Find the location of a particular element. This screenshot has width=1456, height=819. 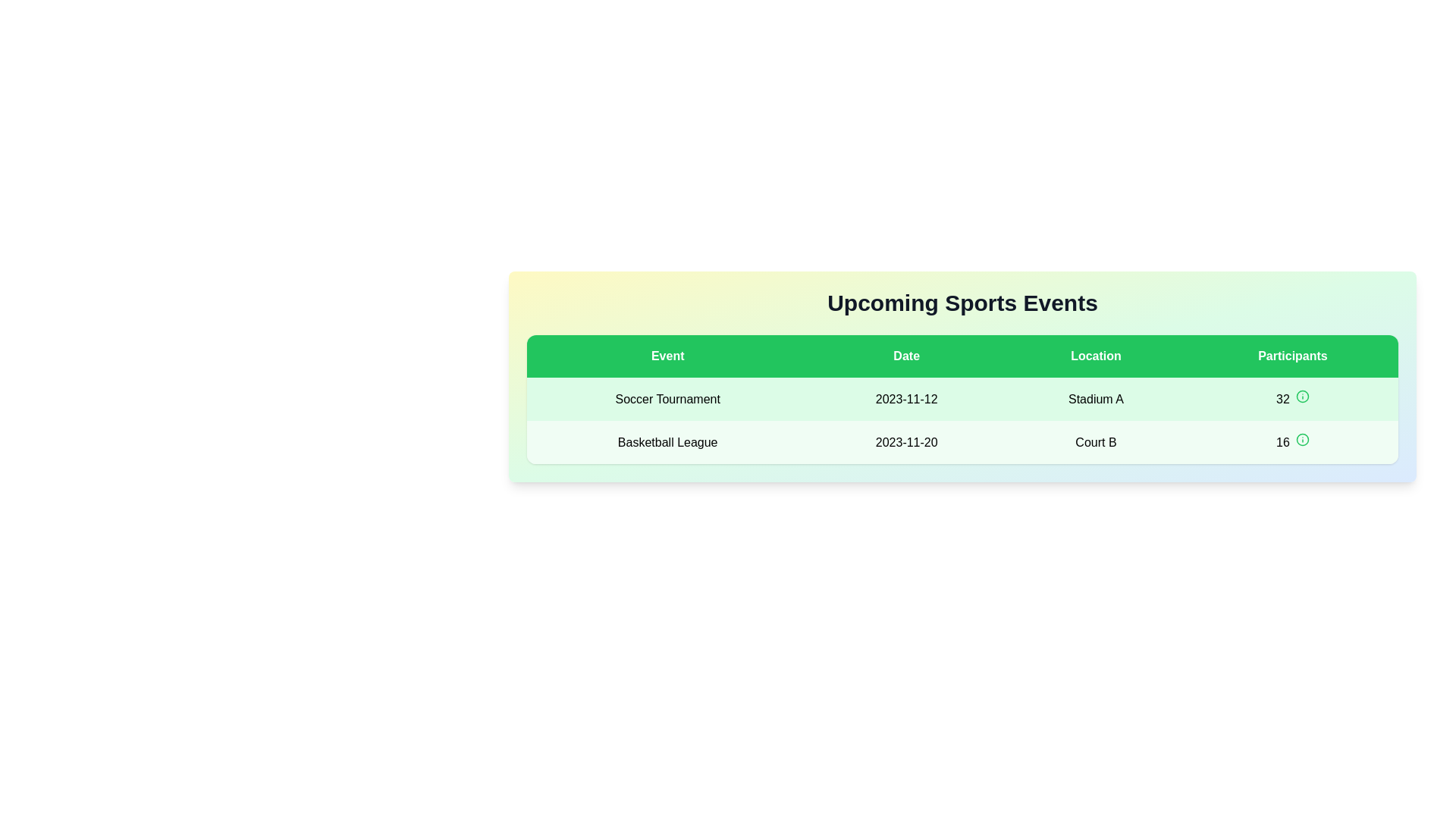

the non-interactive text label displaying the location for the 'Basketball League' event, which is the third entry in the 'Location' column of the 'Basketball League' row in the 'Upcoming Sports Events' table is located at coordinates (1096, 442).